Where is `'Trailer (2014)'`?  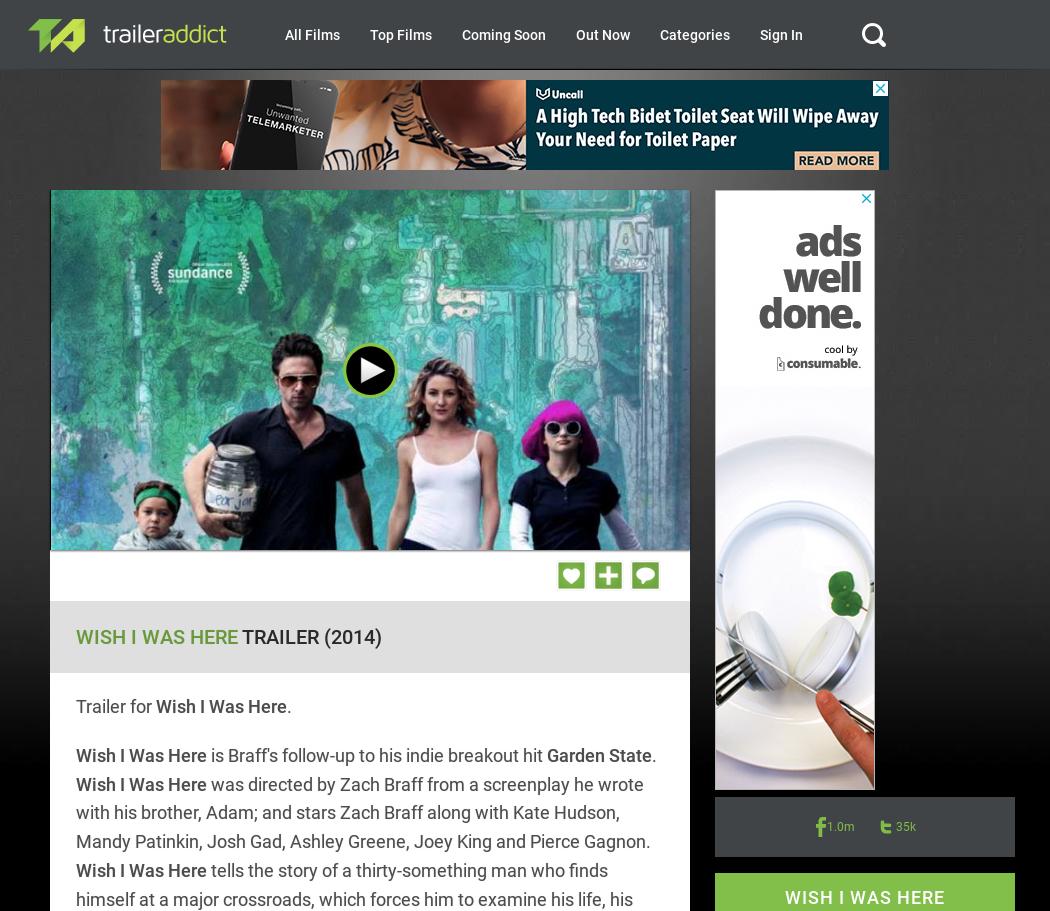
'Trailer (2014)' is located at coordinates (309, 636).